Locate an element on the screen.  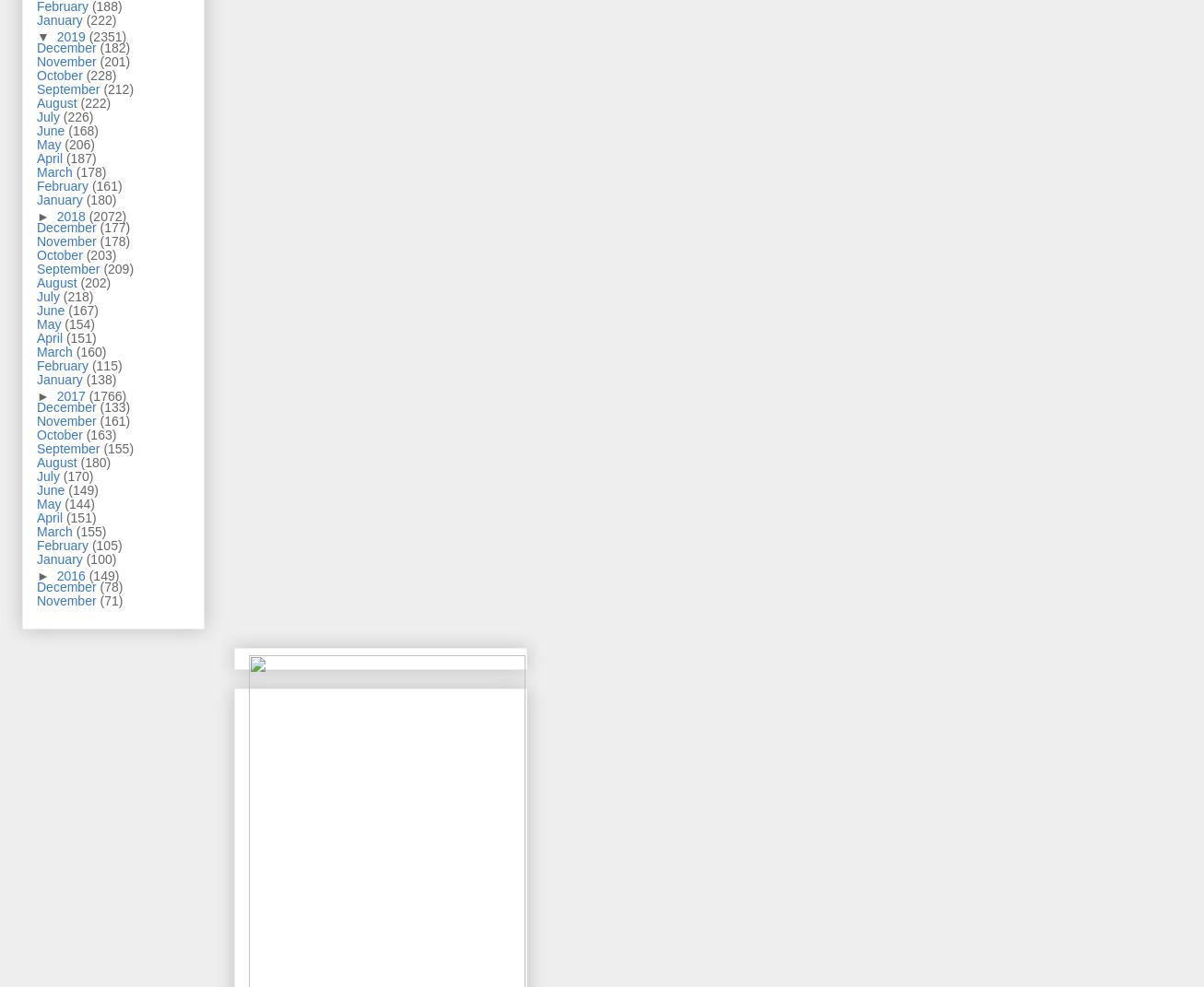
'(2072)' is located at coordinates (87, 216).